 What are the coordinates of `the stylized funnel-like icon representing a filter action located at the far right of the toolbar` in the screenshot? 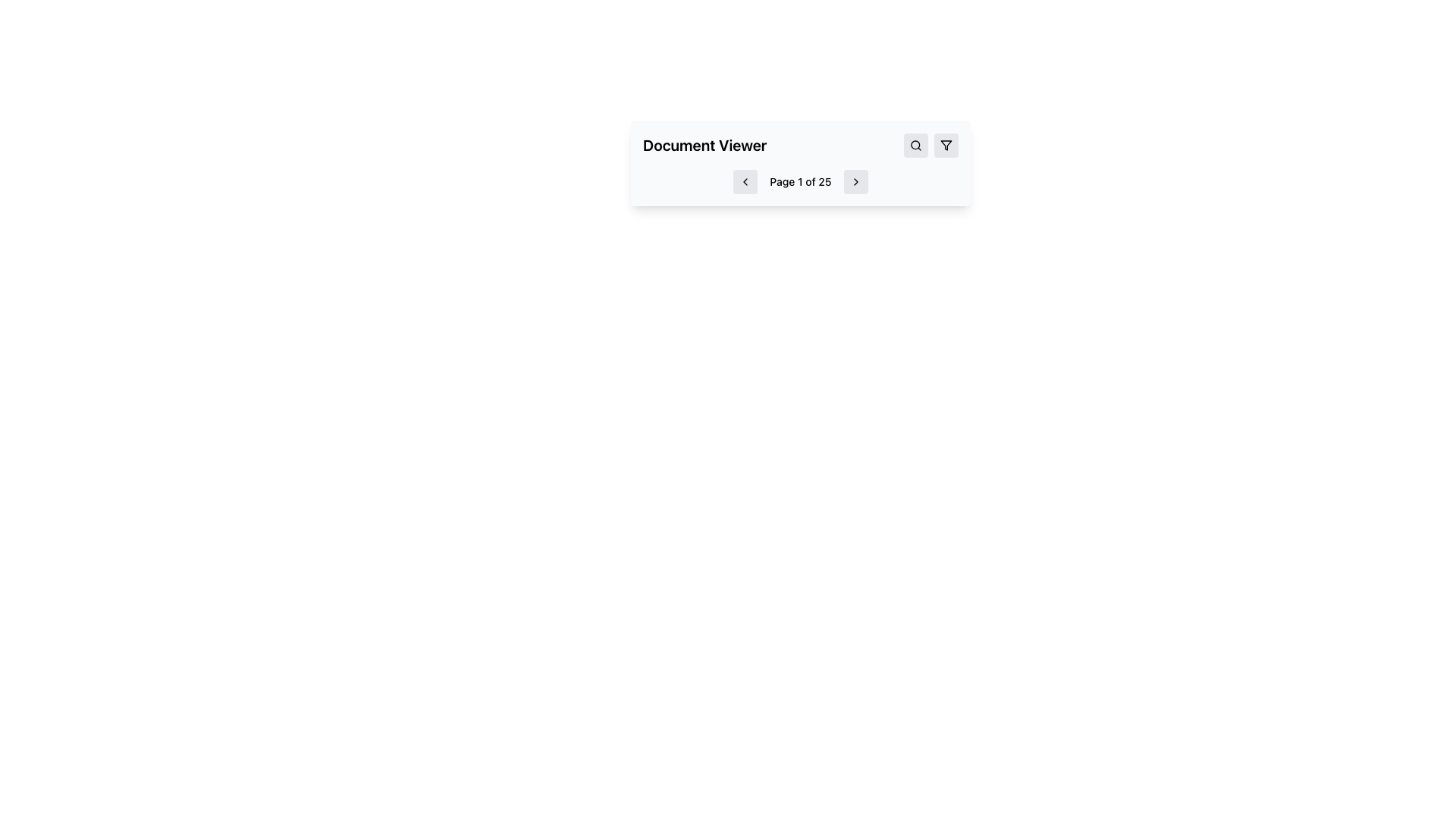 It's located at (946, 146).